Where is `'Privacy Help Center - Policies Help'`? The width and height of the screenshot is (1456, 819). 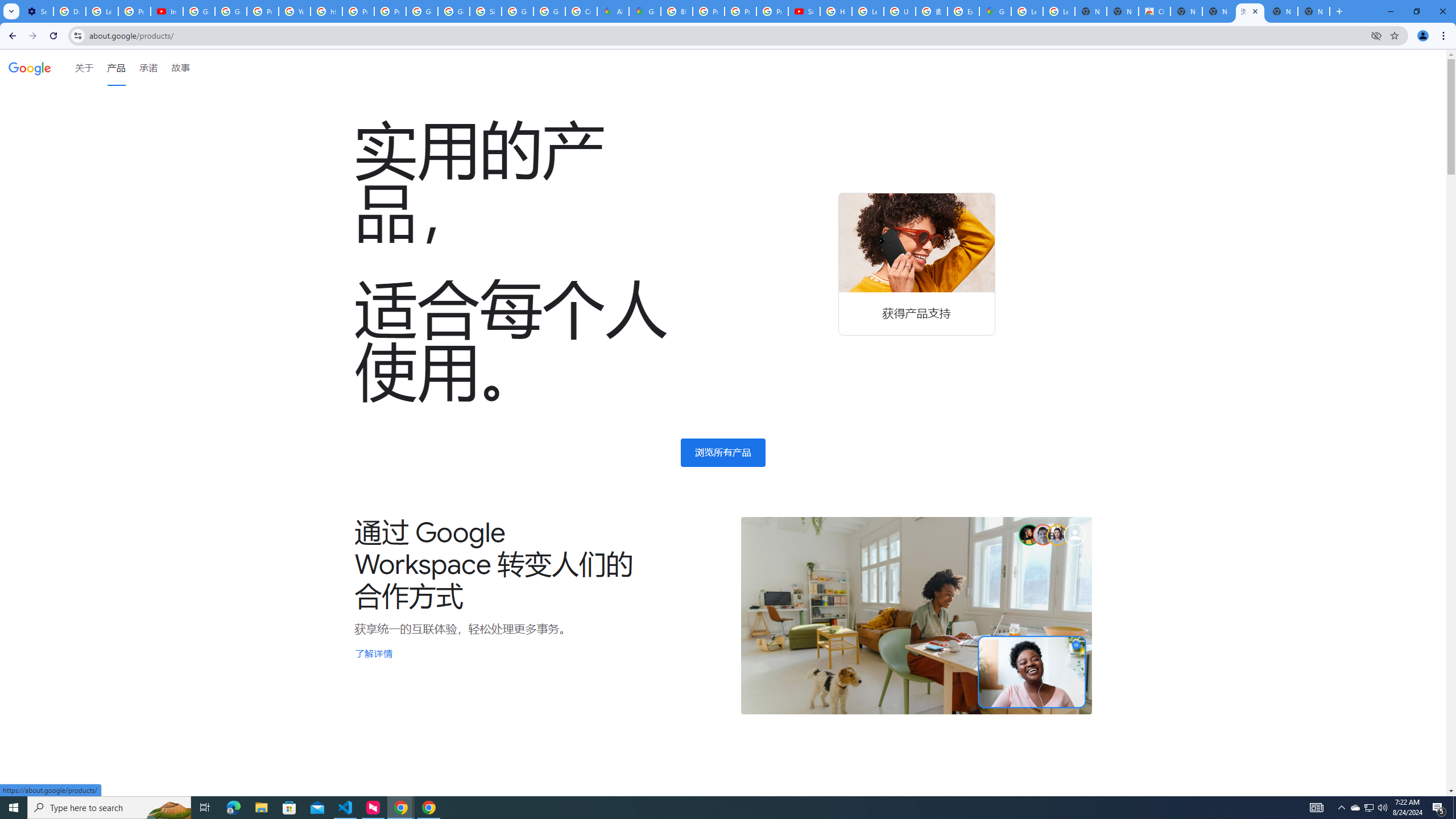 'Privacy Help Center - Policies Help' is located at coordinates (708, 11).